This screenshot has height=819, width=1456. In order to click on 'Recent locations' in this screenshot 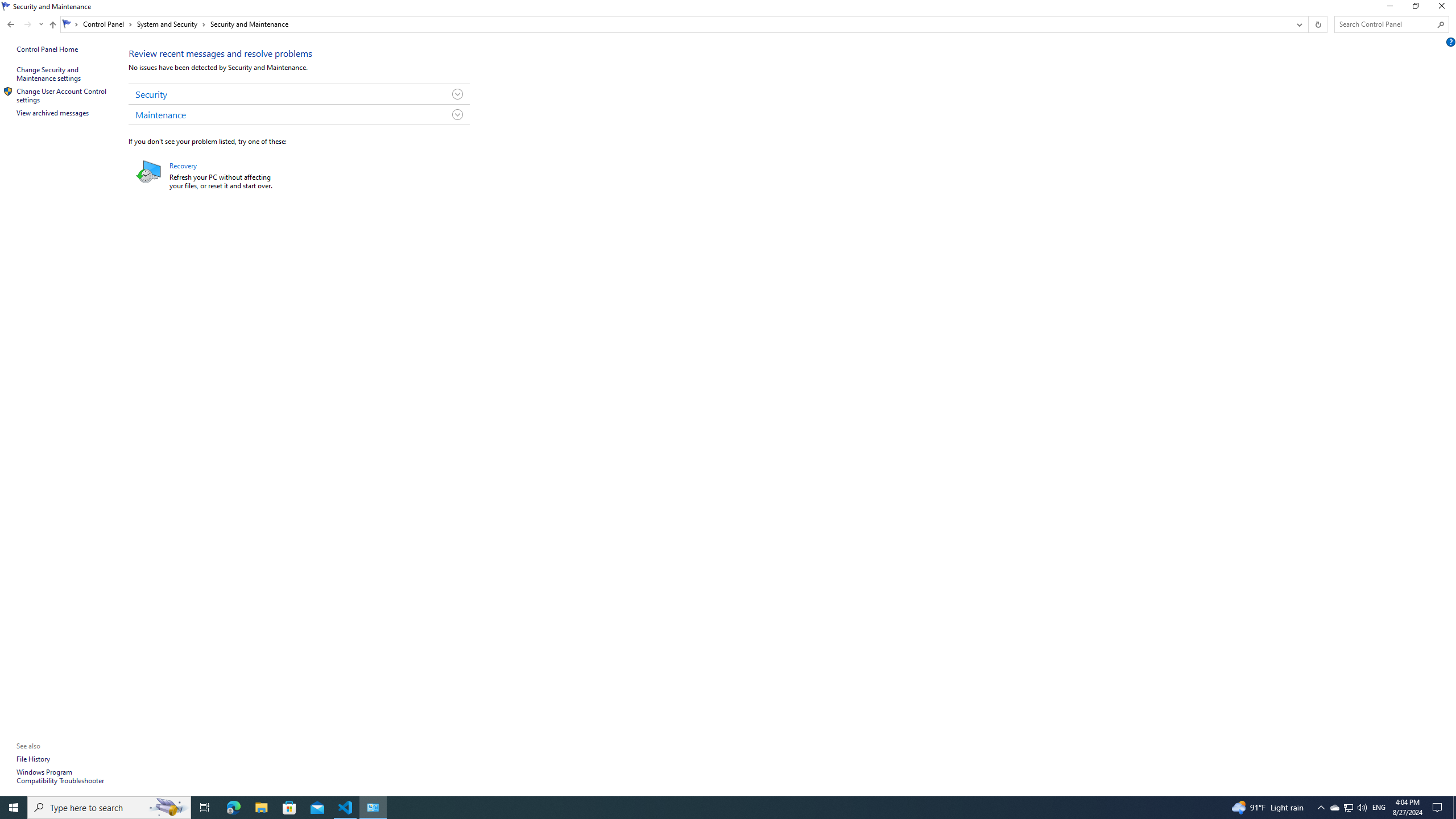, I will do `click(40, 24)`.